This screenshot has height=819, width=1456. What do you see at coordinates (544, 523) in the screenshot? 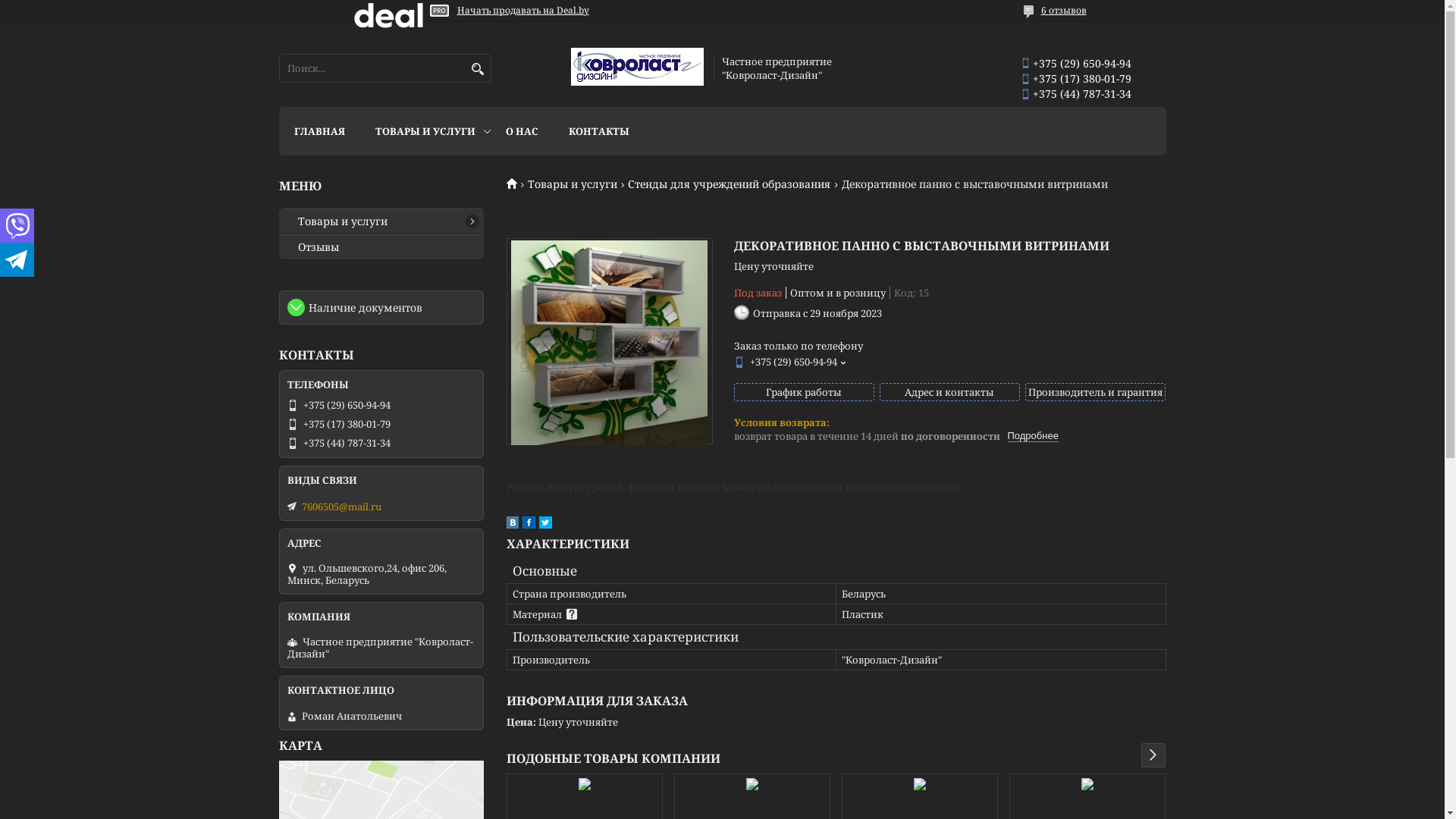
I see `'twitter'` at bounding box center [544, 523].